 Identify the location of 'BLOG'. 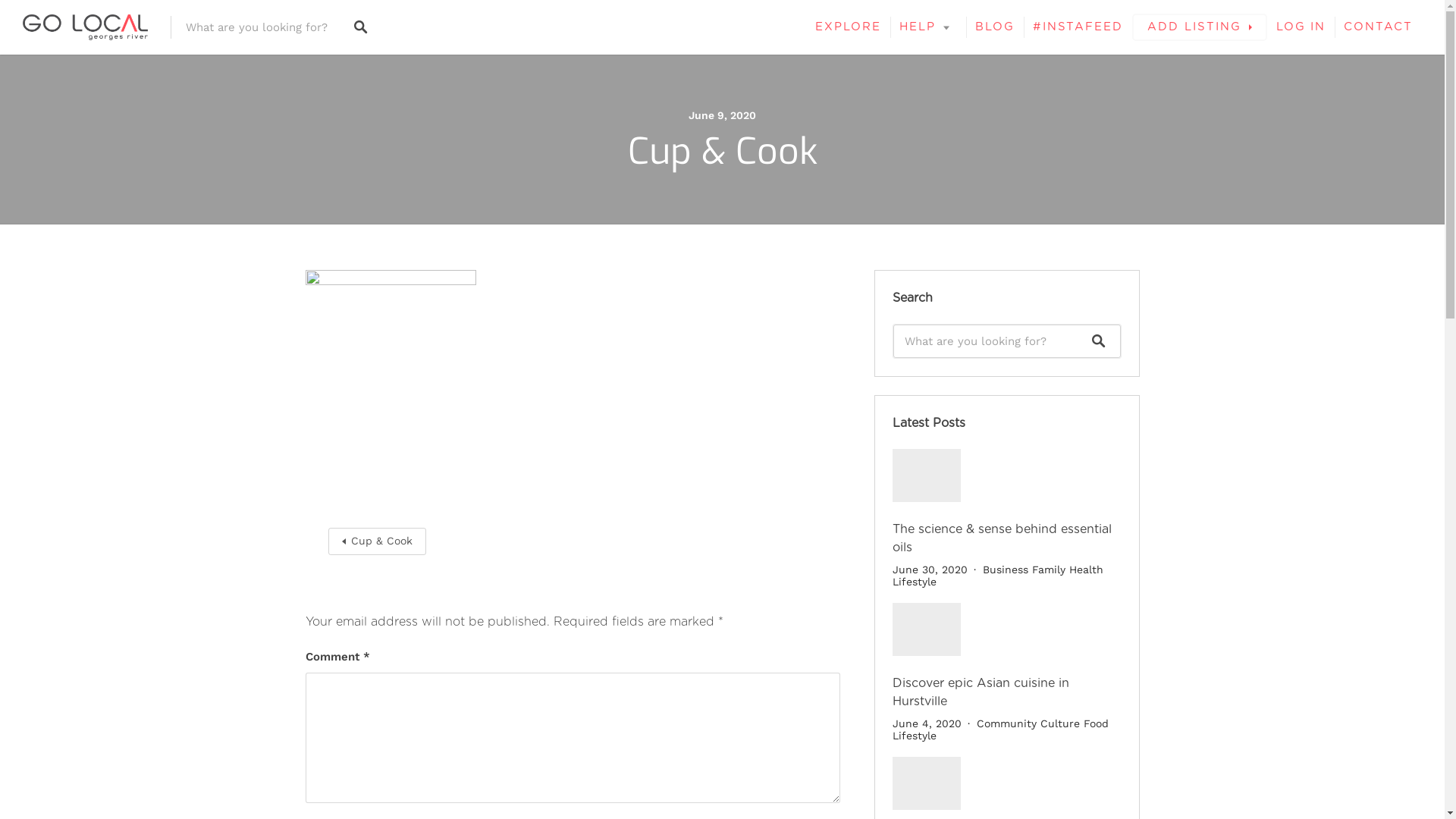
(994, 27).